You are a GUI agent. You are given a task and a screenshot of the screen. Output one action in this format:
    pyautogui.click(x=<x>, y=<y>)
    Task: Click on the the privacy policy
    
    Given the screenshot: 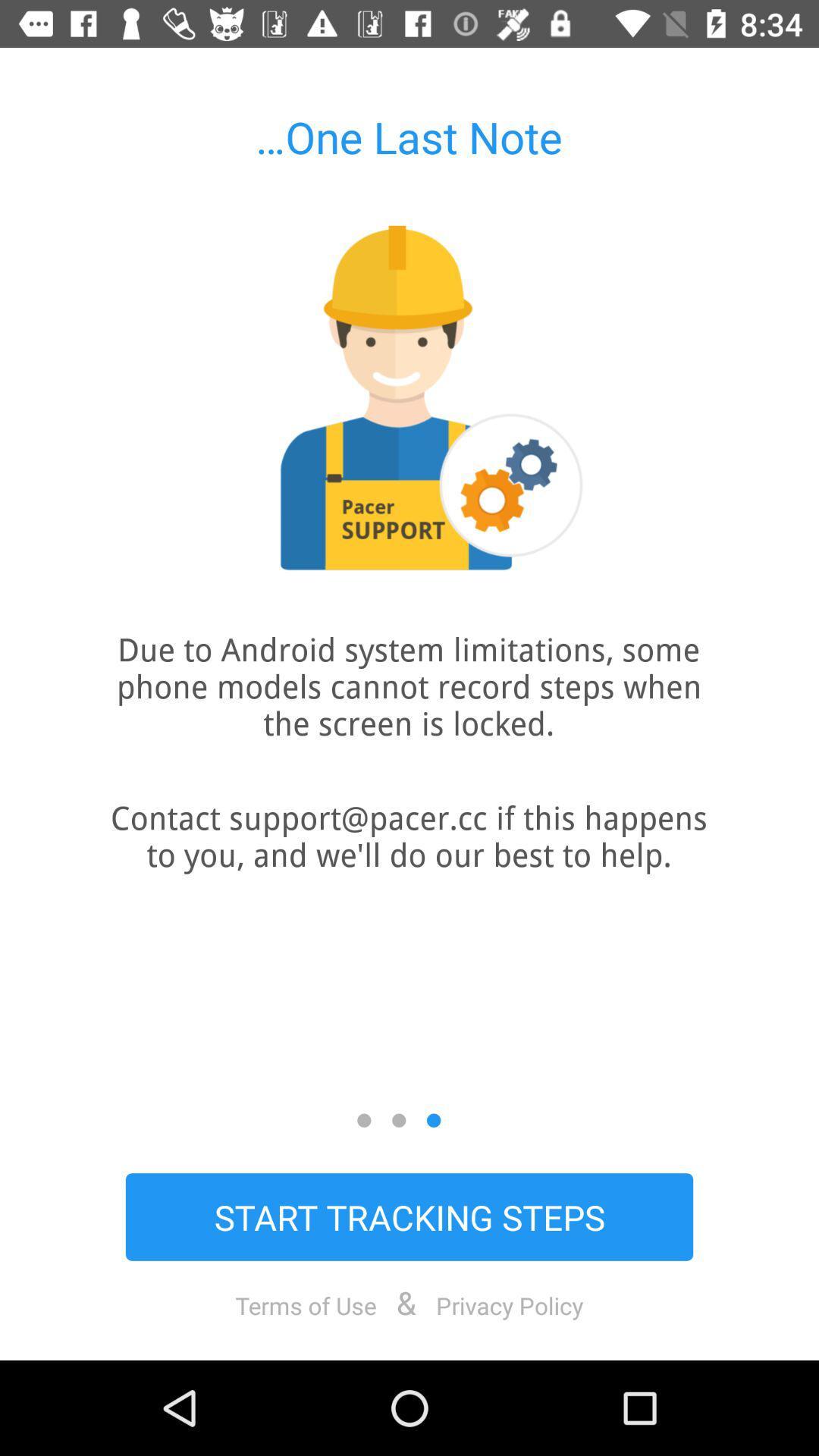 What is the action you would take?
    pyautogui.click(x=510, y=1304)
    